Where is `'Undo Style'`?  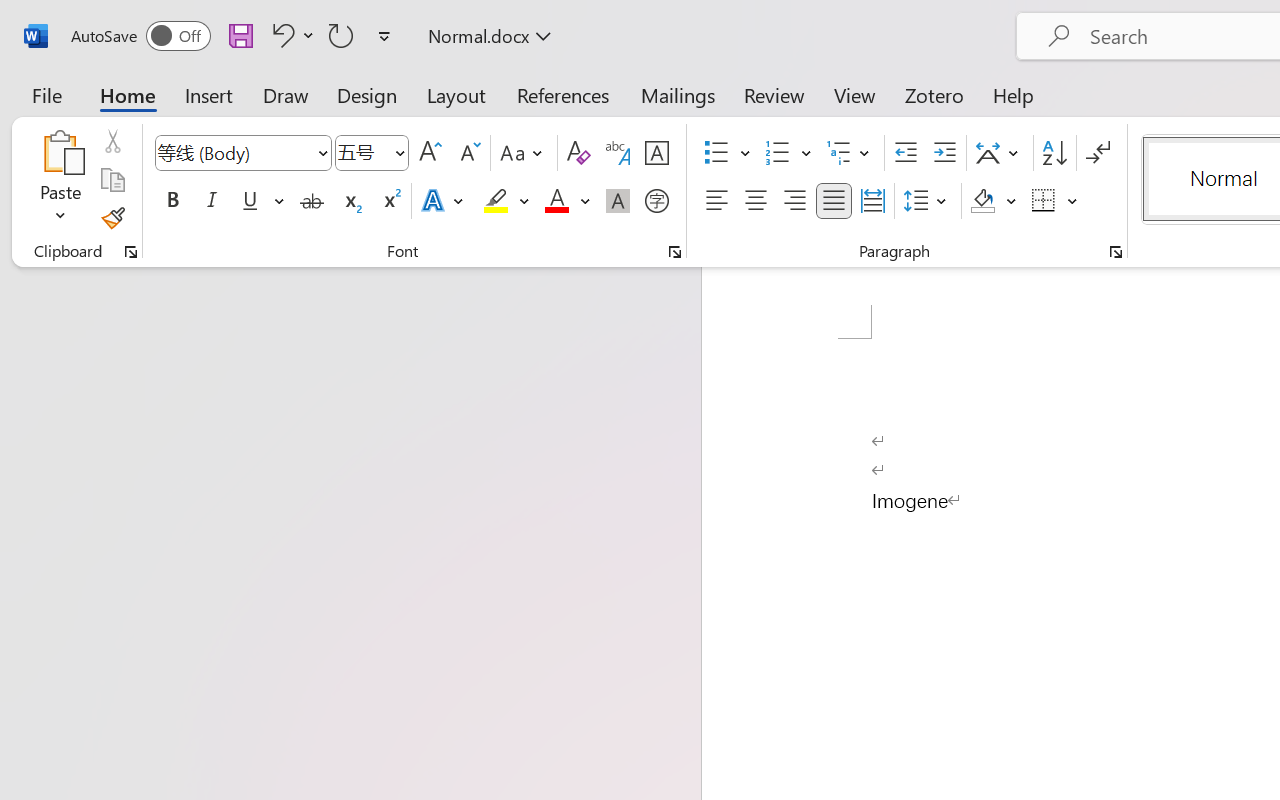 'Undo Style' is located at coordinates (279, 34).